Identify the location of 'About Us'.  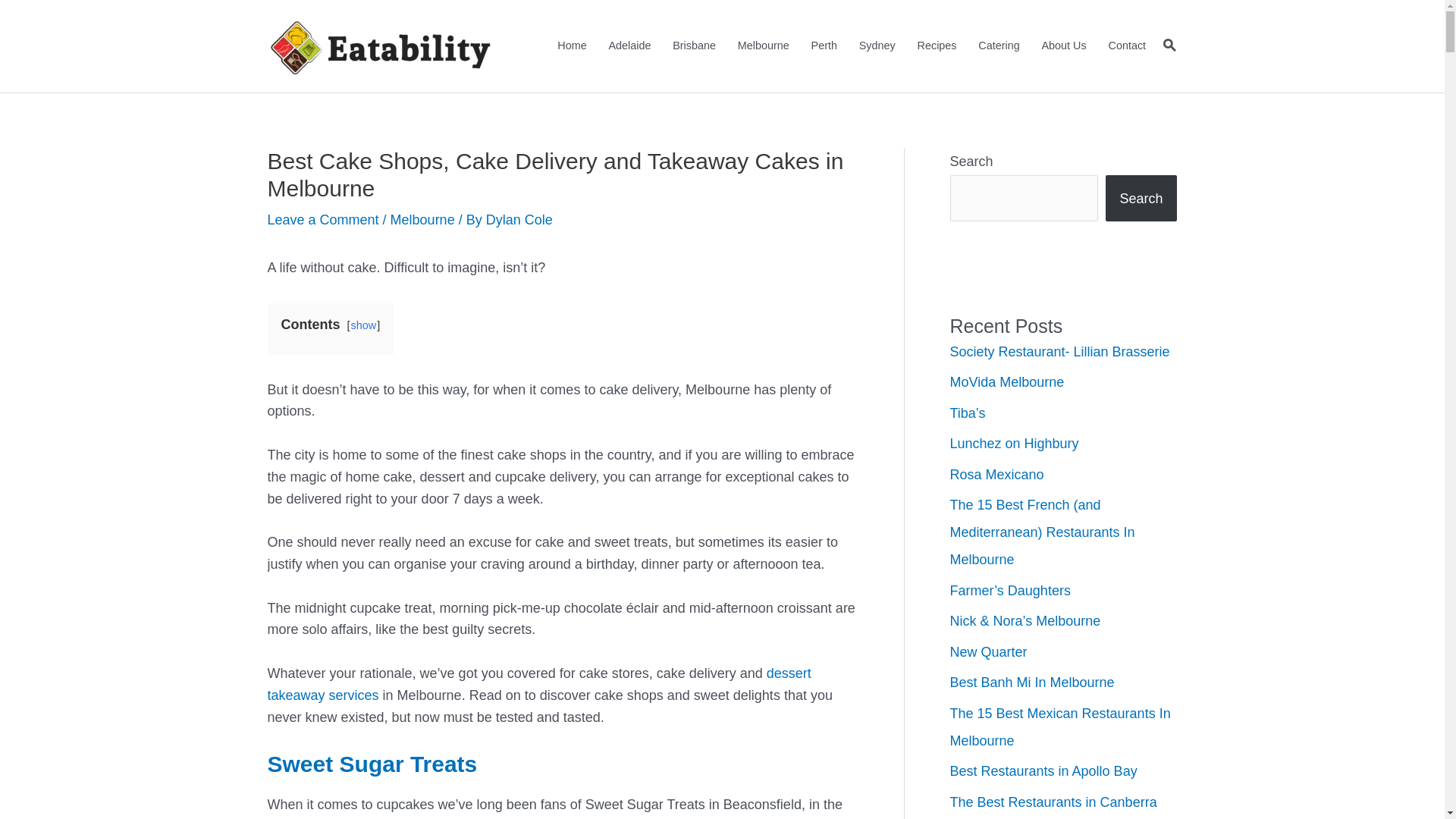
(1062, 45).